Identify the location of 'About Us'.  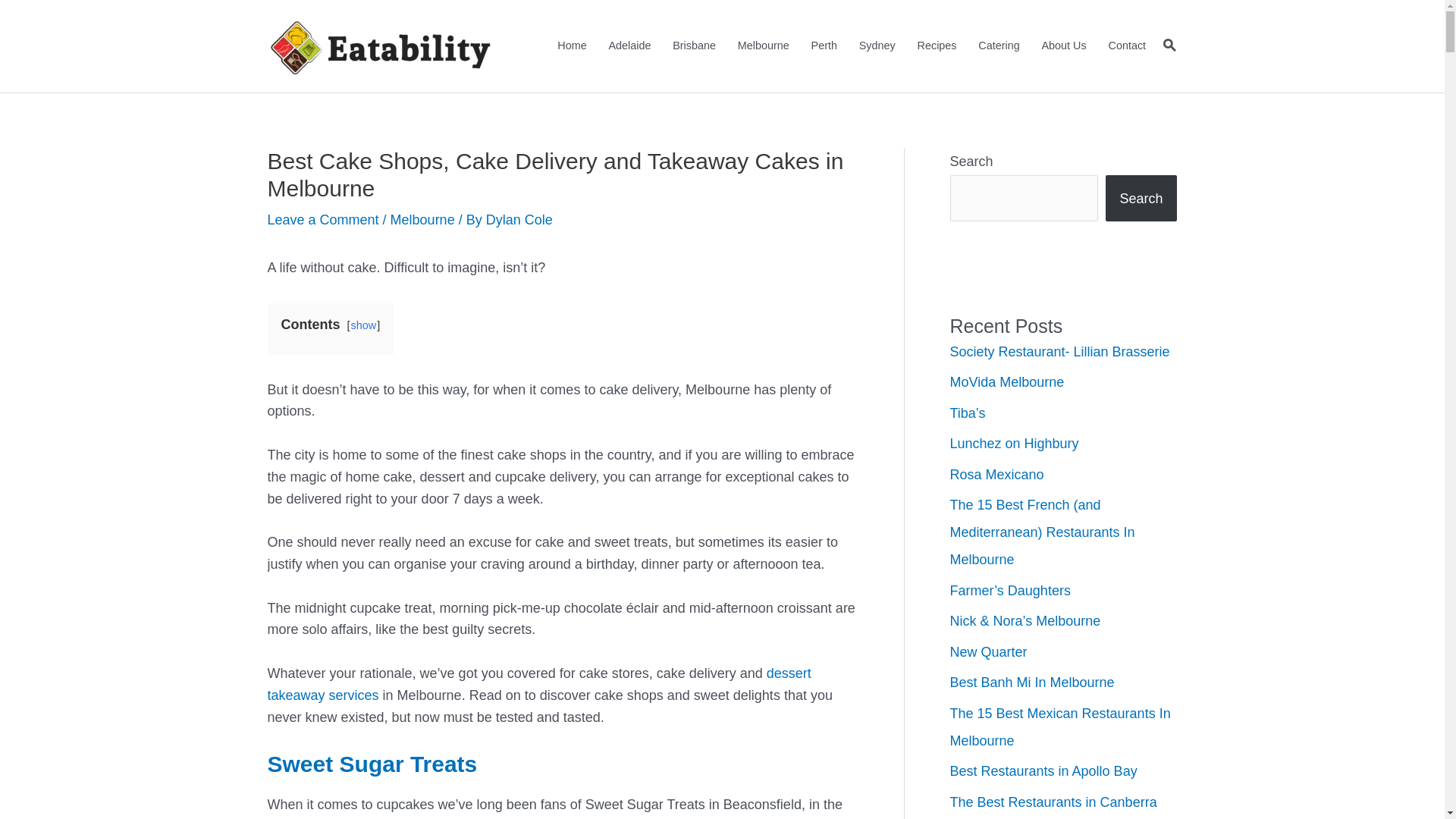
(1062, 45).